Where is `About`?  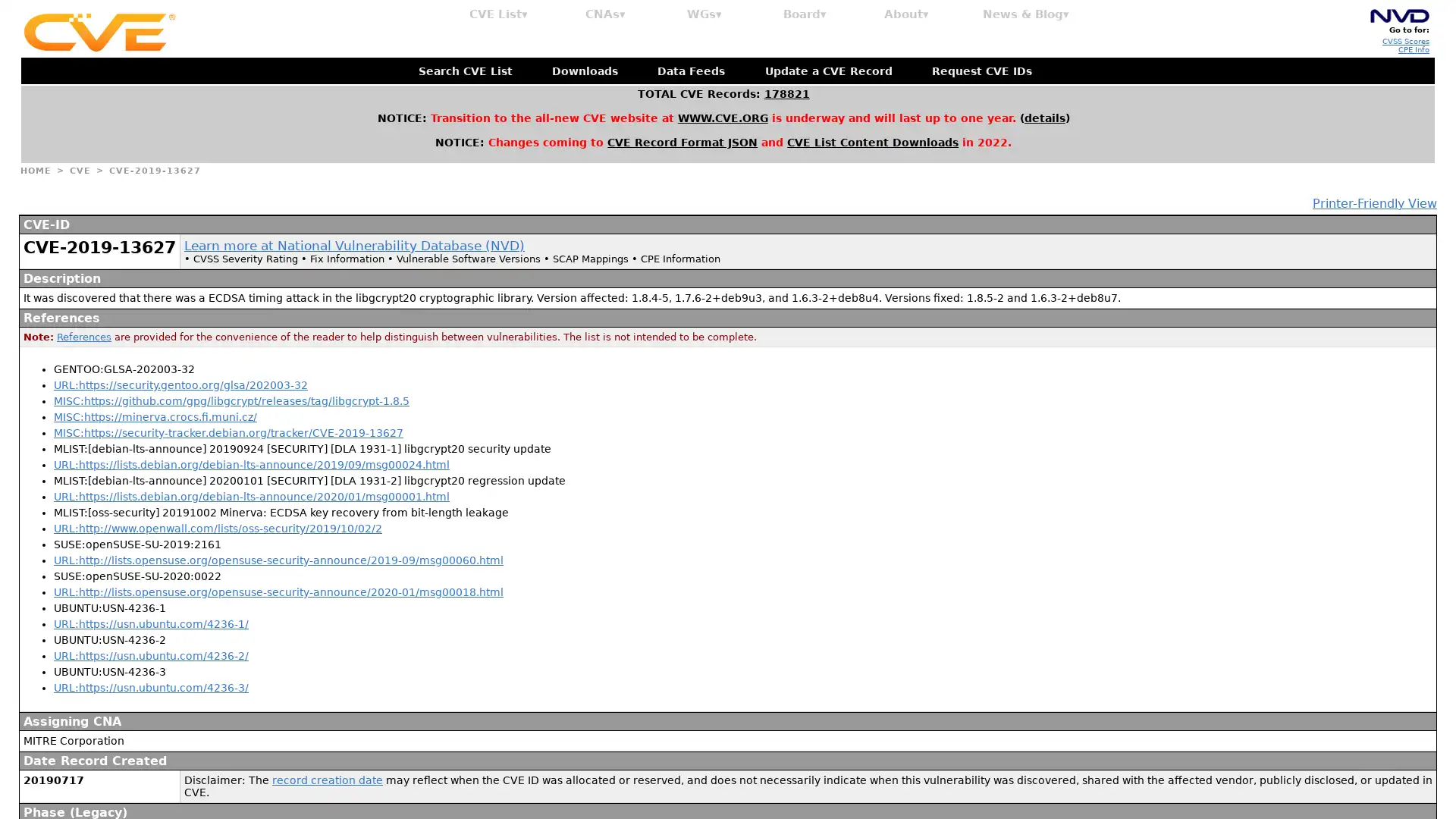
About is located at coordinates (906, 14).